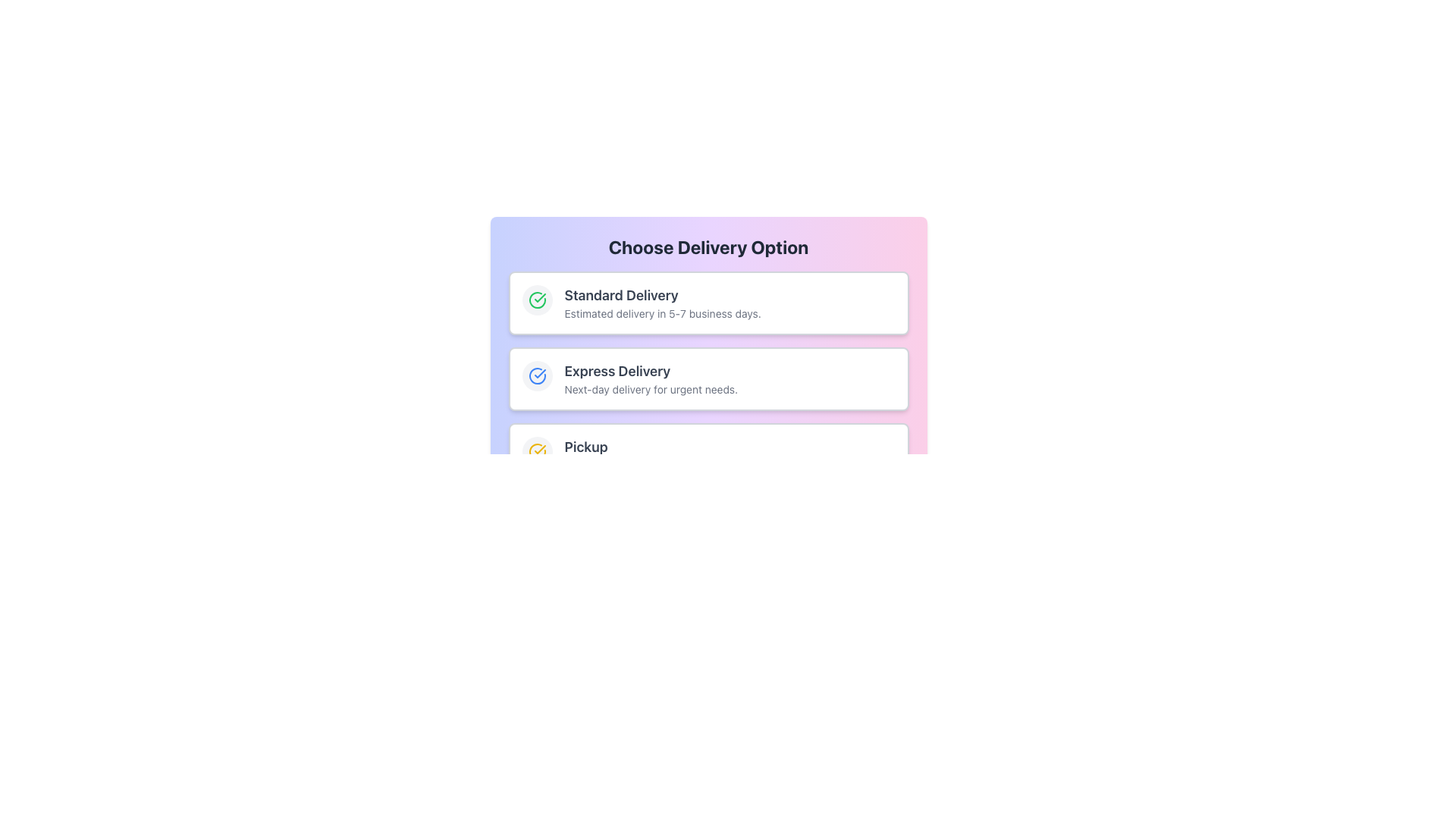 This screenshot has height=819, width=1456. I want to click on the circular icon with a yellow outline and checkmark symbol indicating the selection status of the 'Standard Delivery' option, so click(537, 451).